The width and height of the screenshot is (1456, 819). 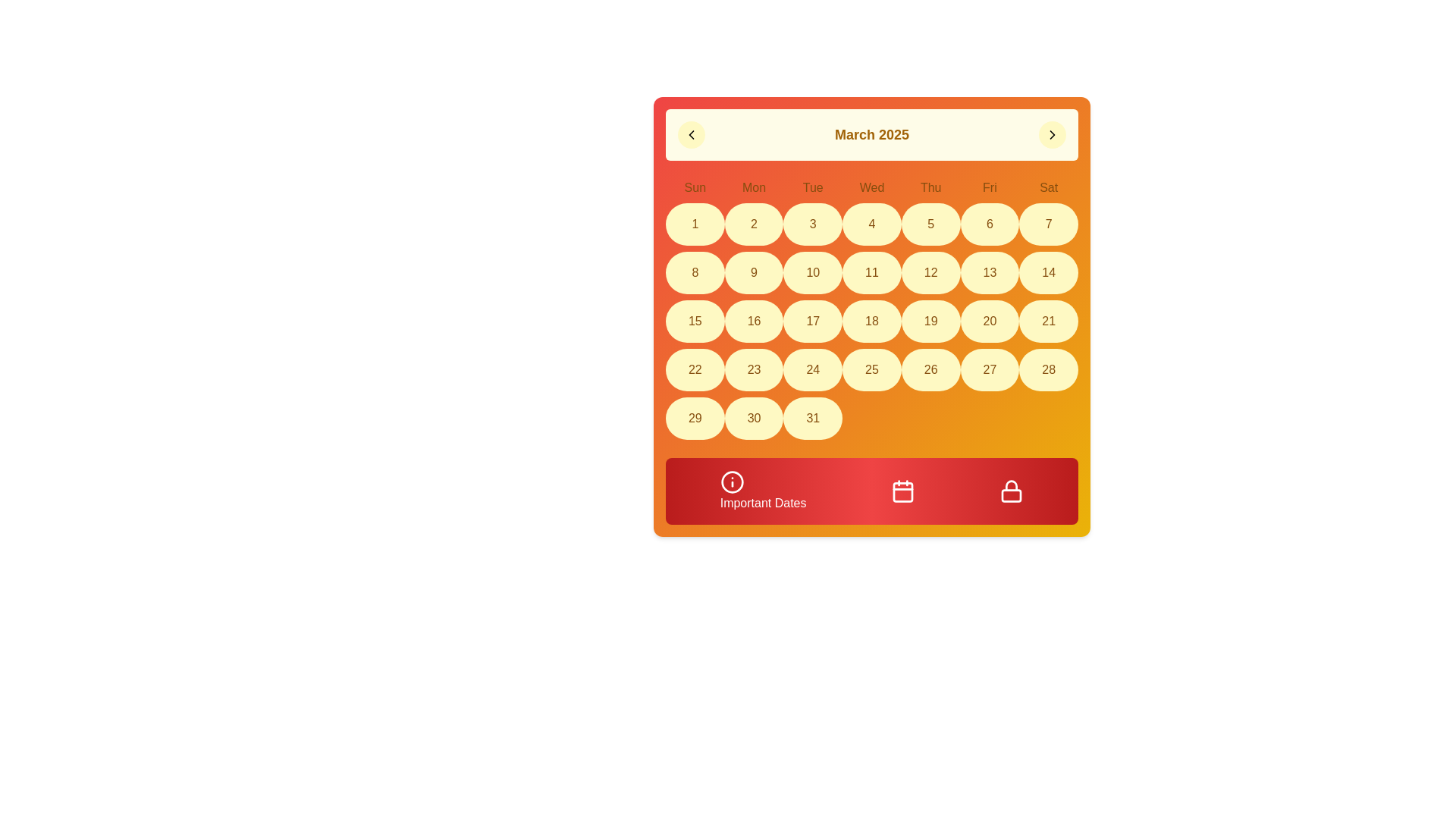 What do you see at coordinates (990, 224) in the screenshot?
I see `the calendar element representing the sixth day of the month, located under the 'Fri' column in the first row of a calendar grid` at bounding box center [990, 224].